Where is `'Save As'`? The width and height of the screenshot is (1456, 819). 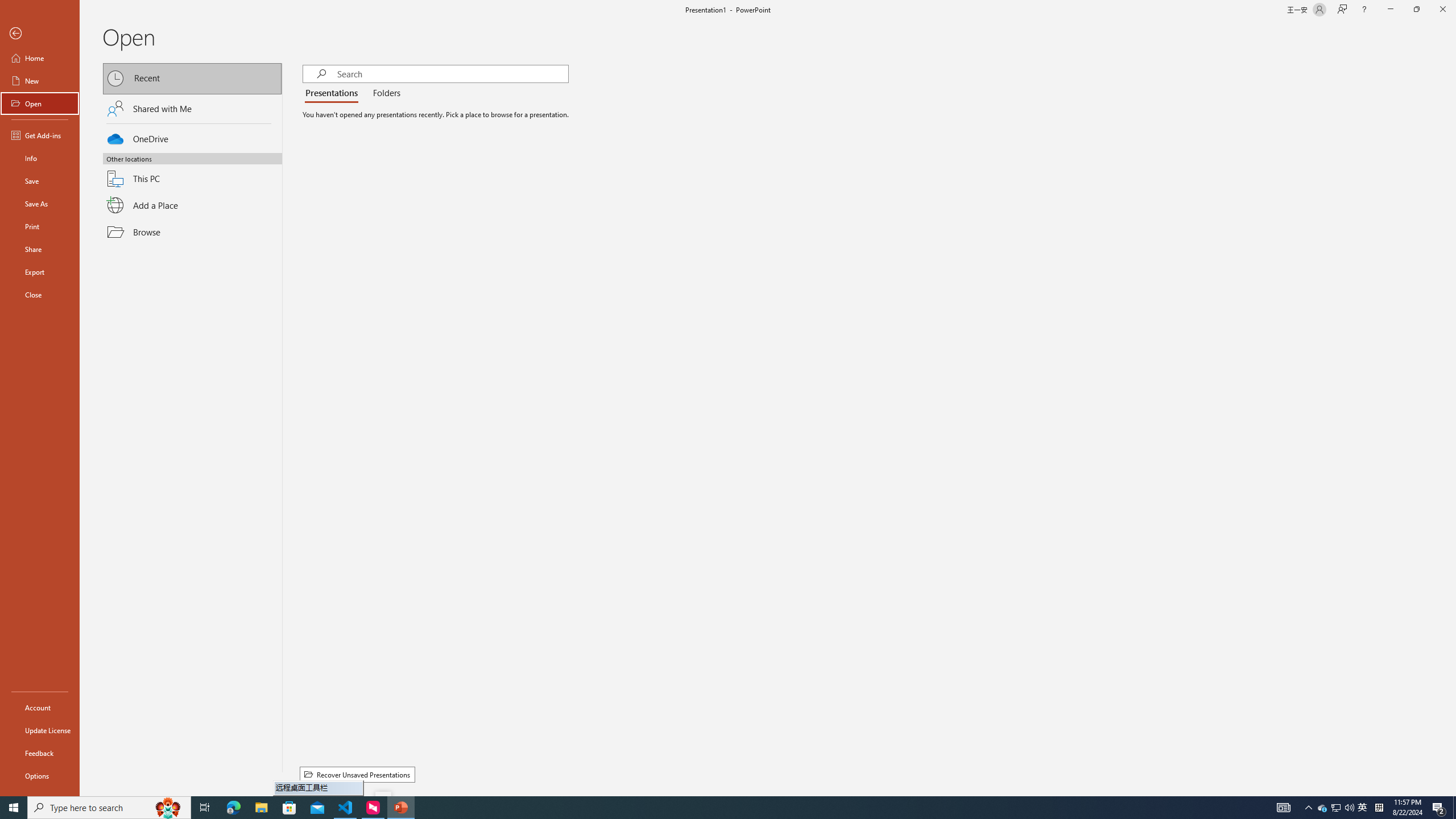
'Save As' is located at coordinates (39, 202).